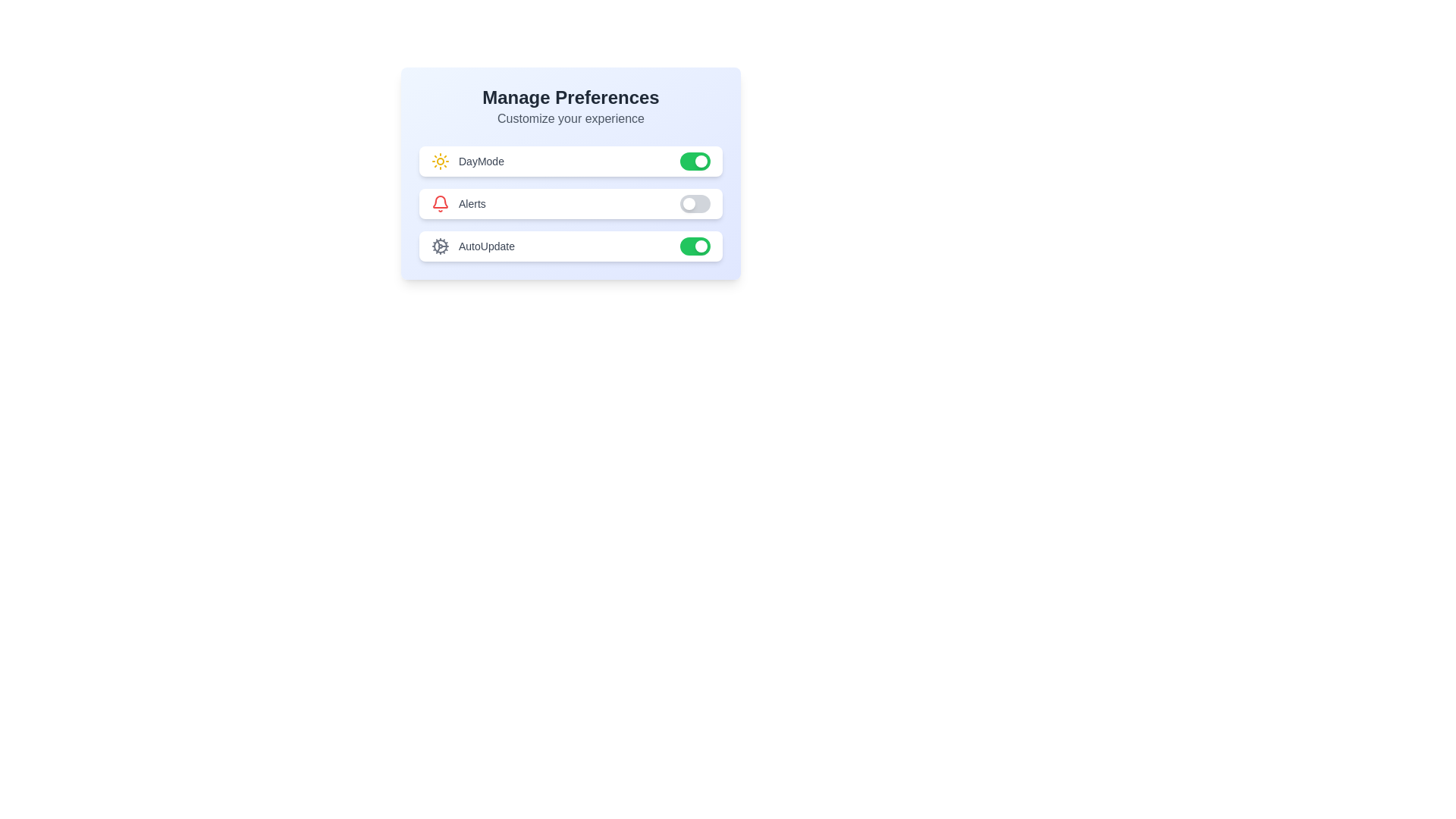 The height and width of the screenshot is (819, 1456). Describe the element at coordinates (701, 245) in the screenshot. I see `the small white circular handle of the AutoUpdate toggle switch, positioned towards the right edge inside the green background` at that location.